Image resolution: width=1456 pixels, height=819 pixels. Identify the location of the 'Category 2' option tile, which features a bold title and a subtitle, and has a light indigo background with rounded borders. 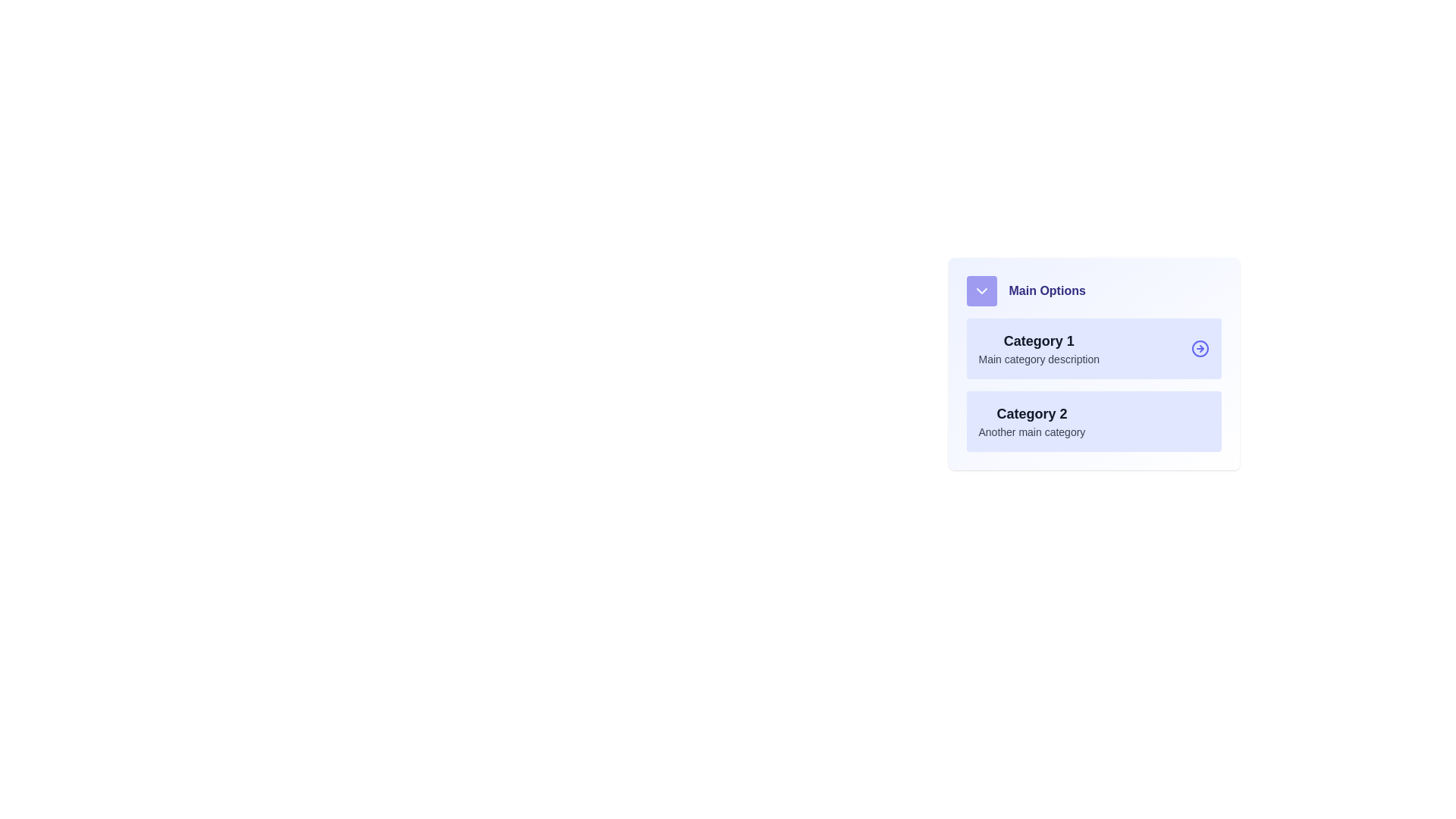
(1094, 421).